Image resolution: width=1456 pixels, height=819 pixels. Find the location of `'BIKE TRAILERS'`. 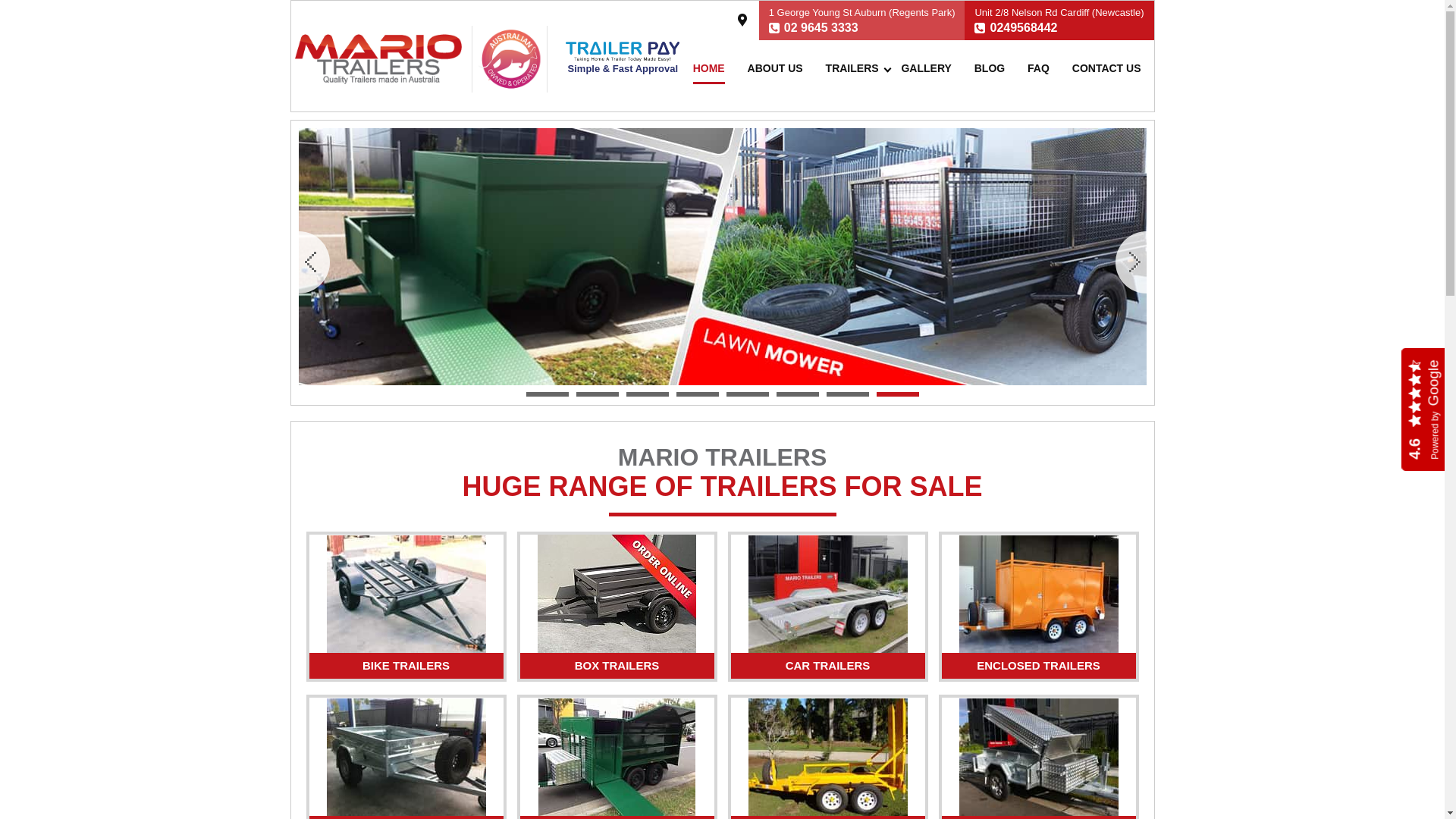

'BIKE TRAILERS' is located at coordinates (406, 666).